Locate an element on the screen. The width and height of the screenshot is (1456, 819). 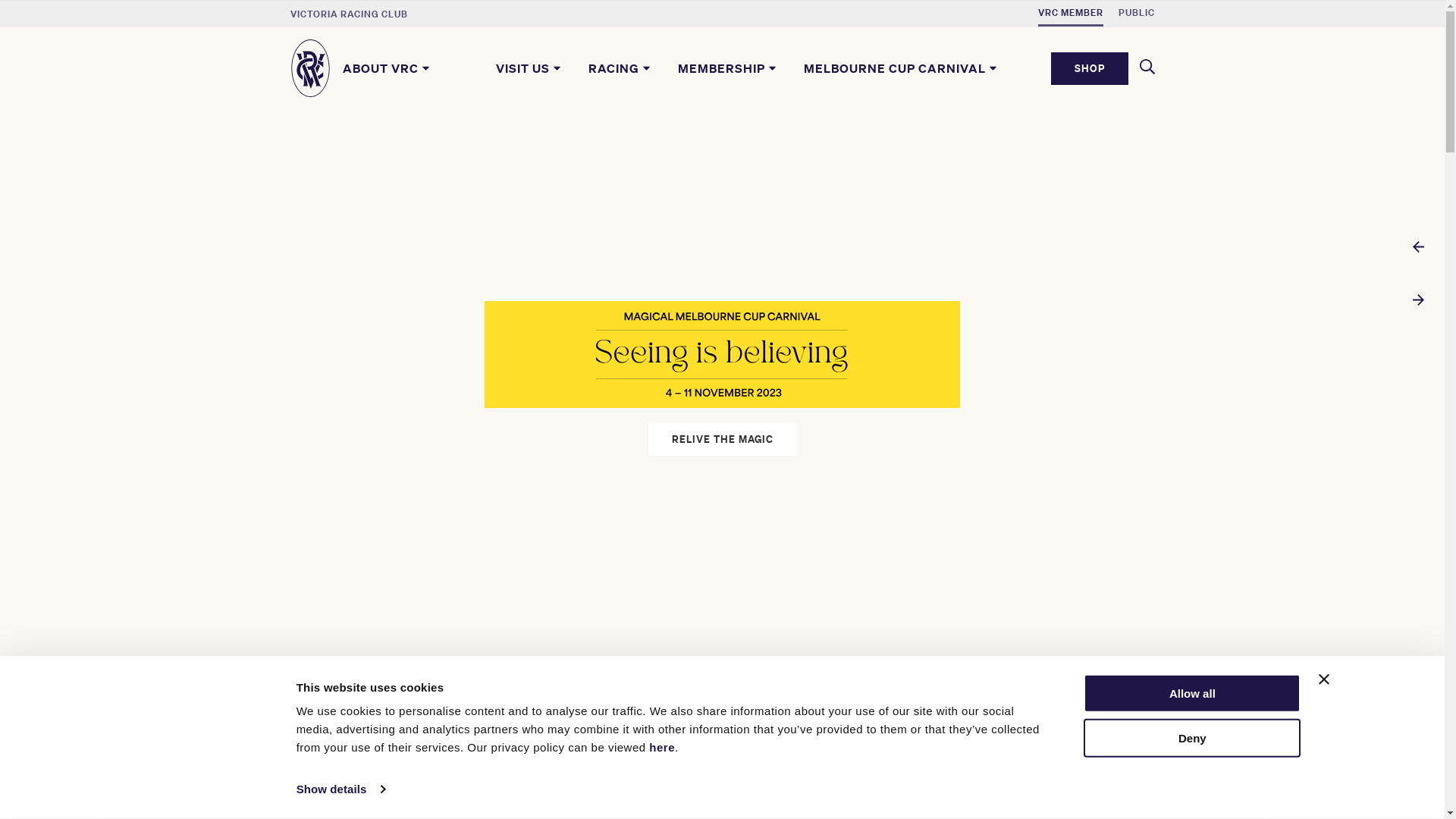
'VICTORIA RACING CLUB' is located at coordinates (347, 14).